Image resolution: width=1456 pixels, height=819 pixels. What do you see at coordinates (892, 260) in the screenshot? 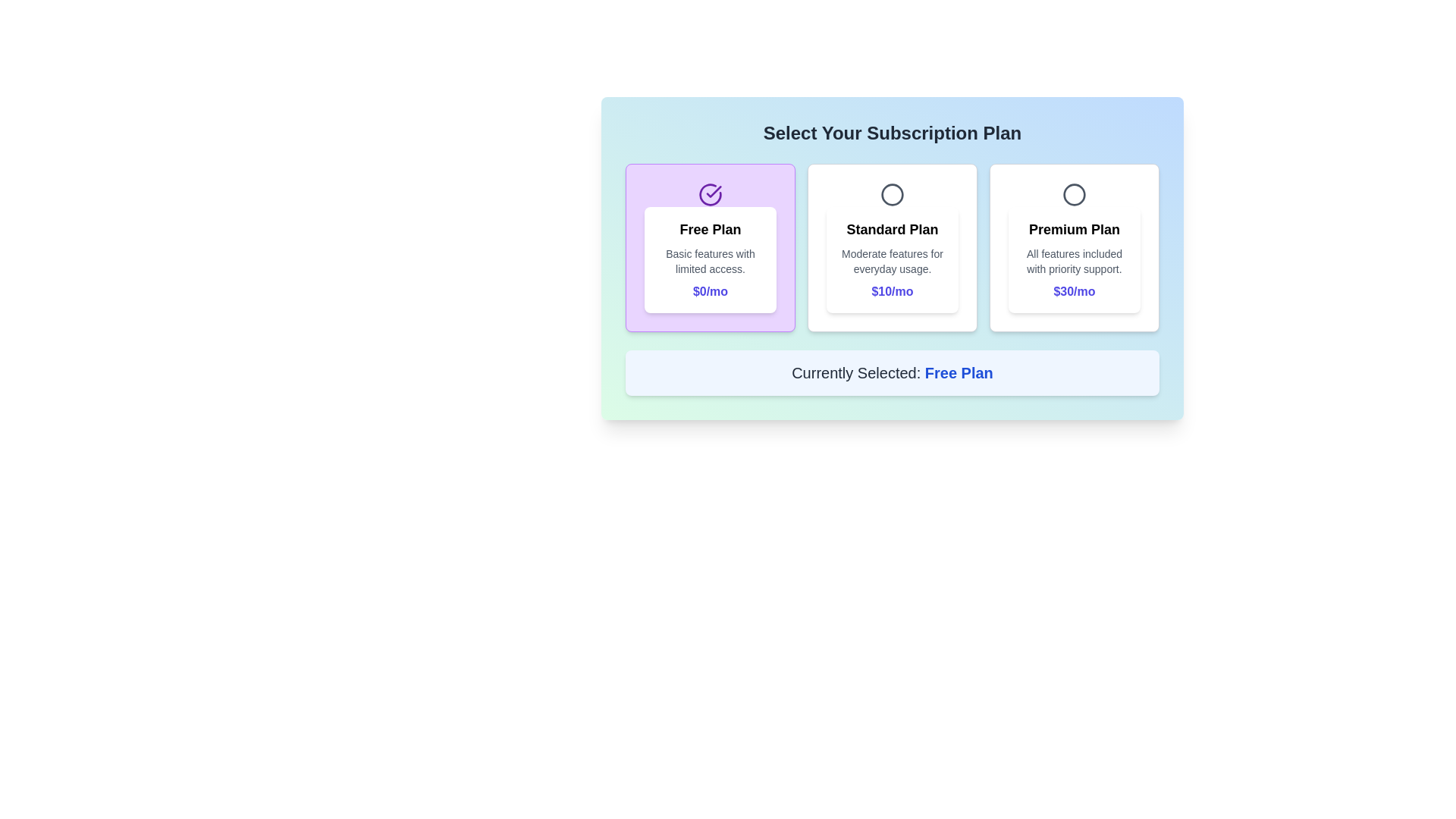
I see `the text label that describes the features or benefits of the 'Standard Plan,' which is located directly below the title 'Standard Plan' and above the pricing '$10/mo.'` at bounding box center [892, 260].